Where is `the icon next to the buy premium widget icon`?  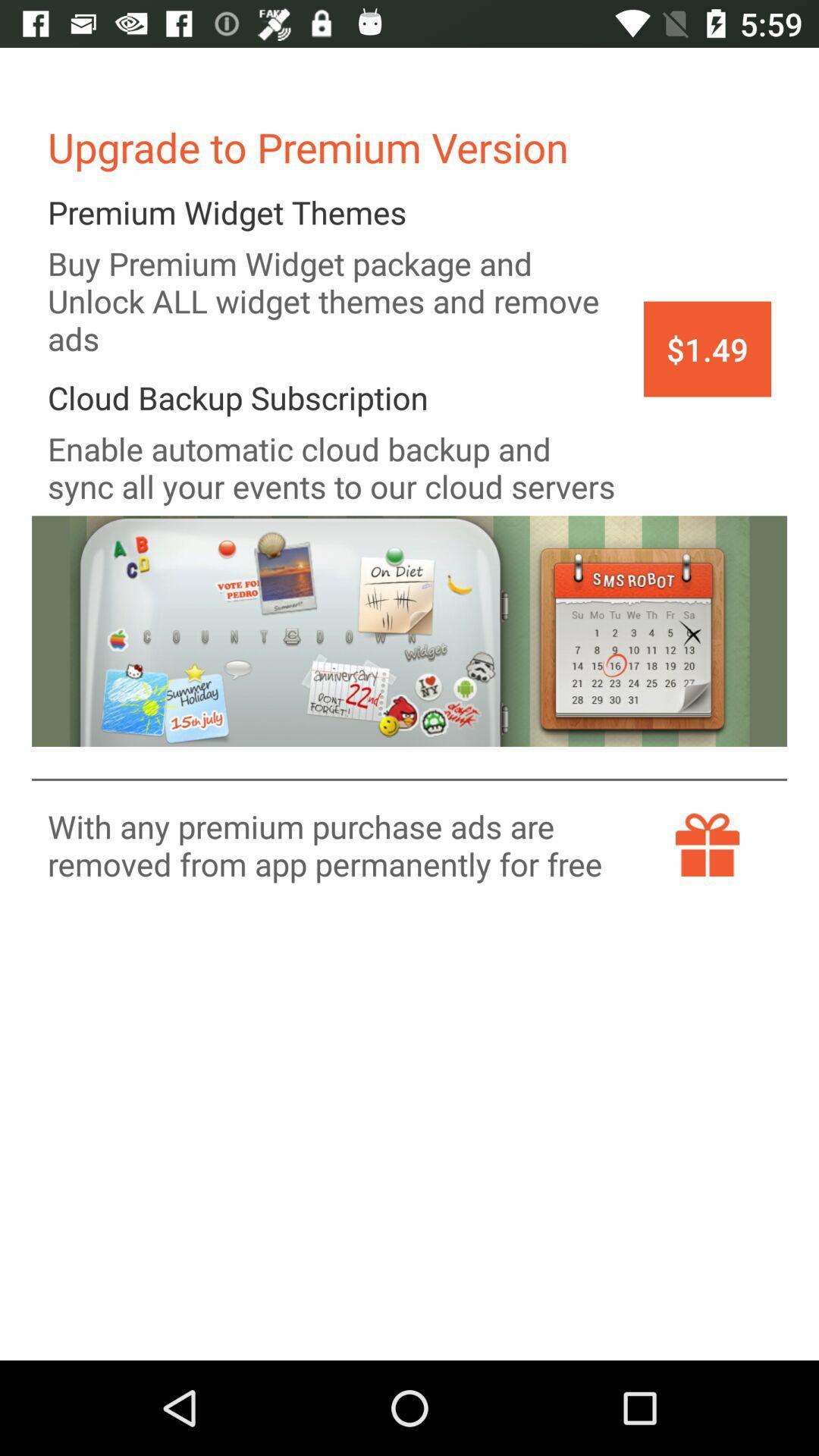 the icon next to the buy premium widget icon is located at coordinates (708, 348).